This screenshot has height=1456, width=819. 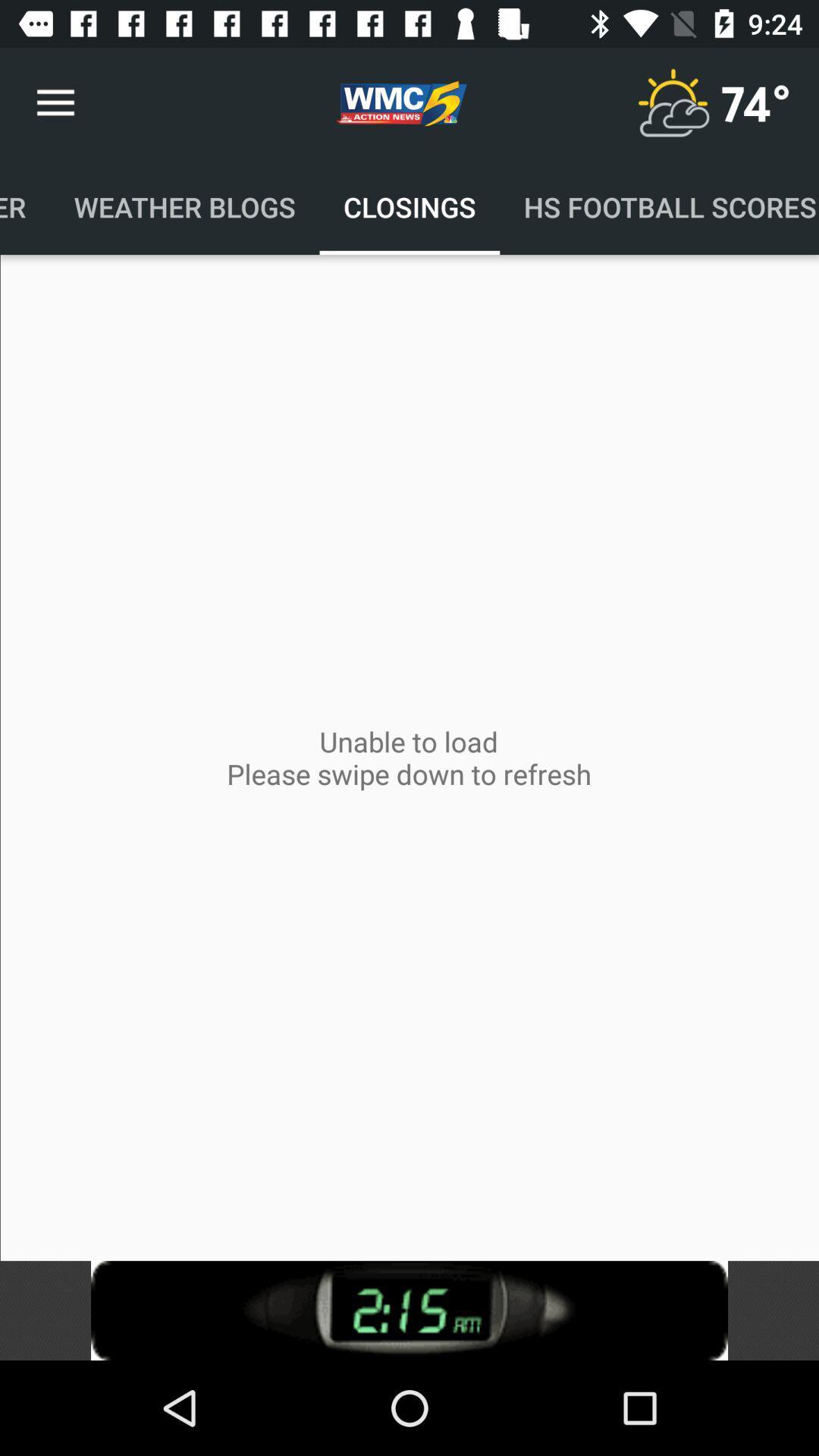 I want to click on check climate option, so click(x=672, y=102).